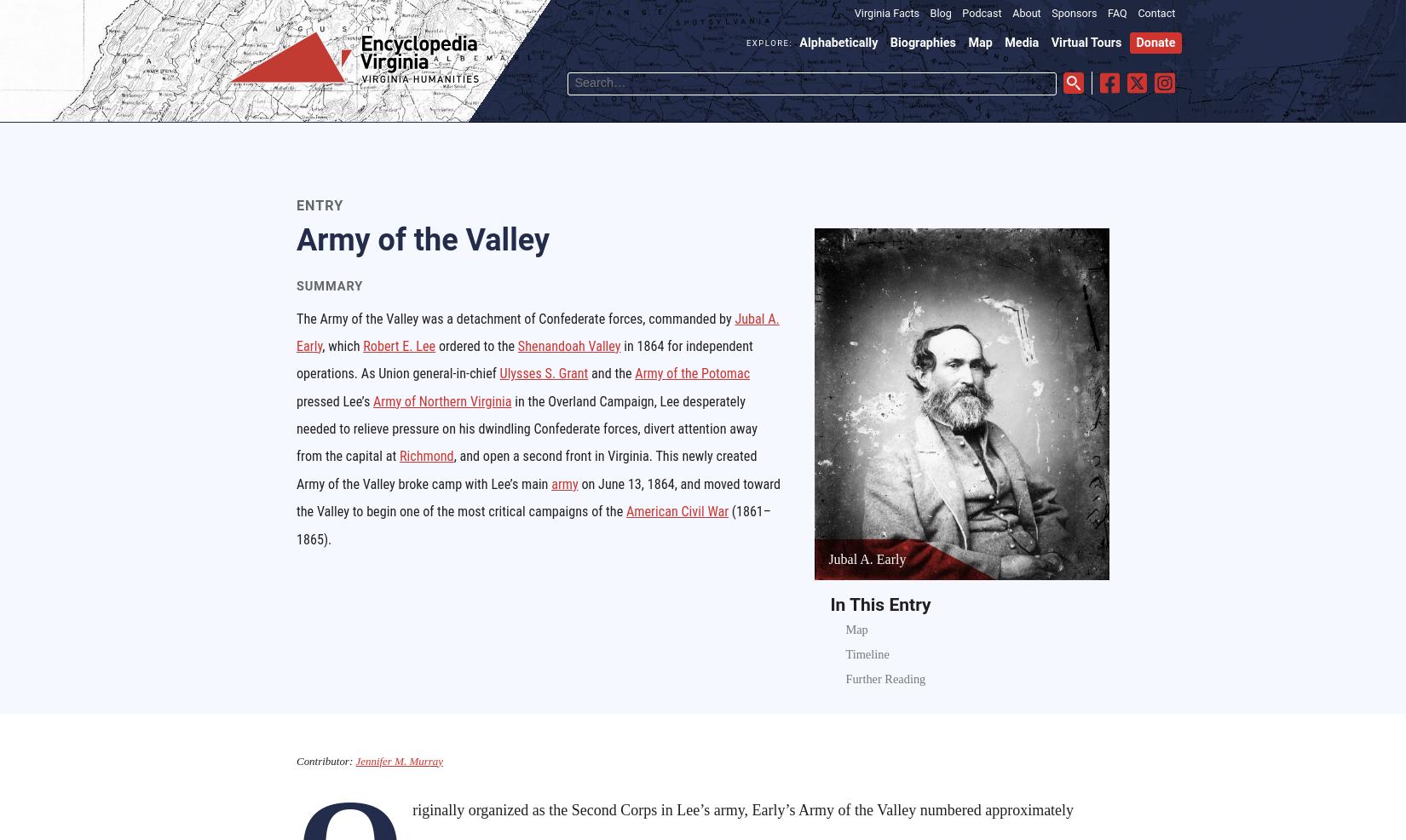 Image resolution: width=1406 pixels, height=840 pixels. What do you see at coordinates (354, 759) in the screenshot?
I see `'Jennifer M. Murray'` at bounding box center [354, 759].